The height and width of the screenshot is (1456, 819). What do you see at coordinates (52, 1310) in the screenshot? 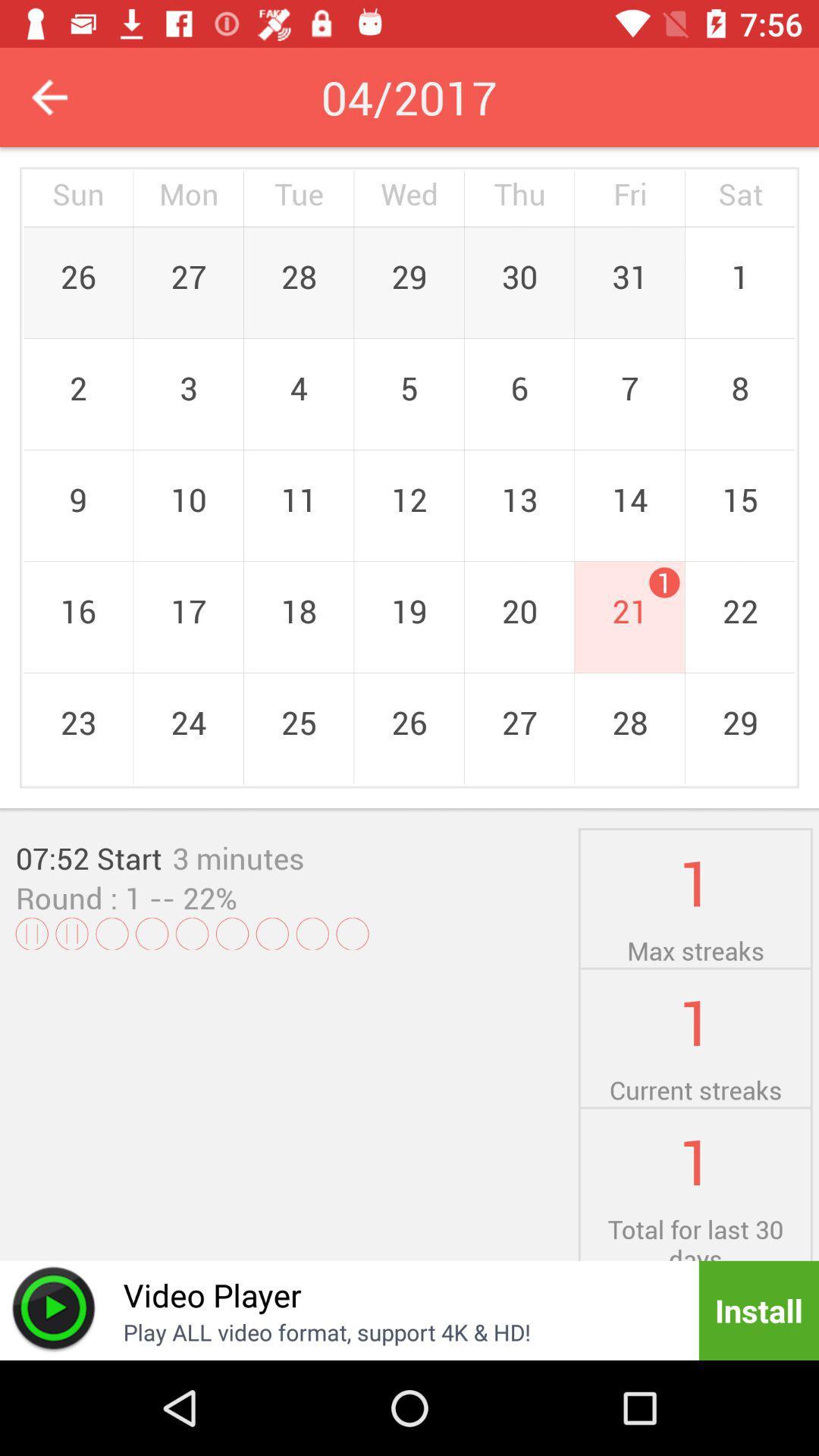
I see `play symbol icon beside video player at the bottom of the page` at bounding box center [52, 1310].